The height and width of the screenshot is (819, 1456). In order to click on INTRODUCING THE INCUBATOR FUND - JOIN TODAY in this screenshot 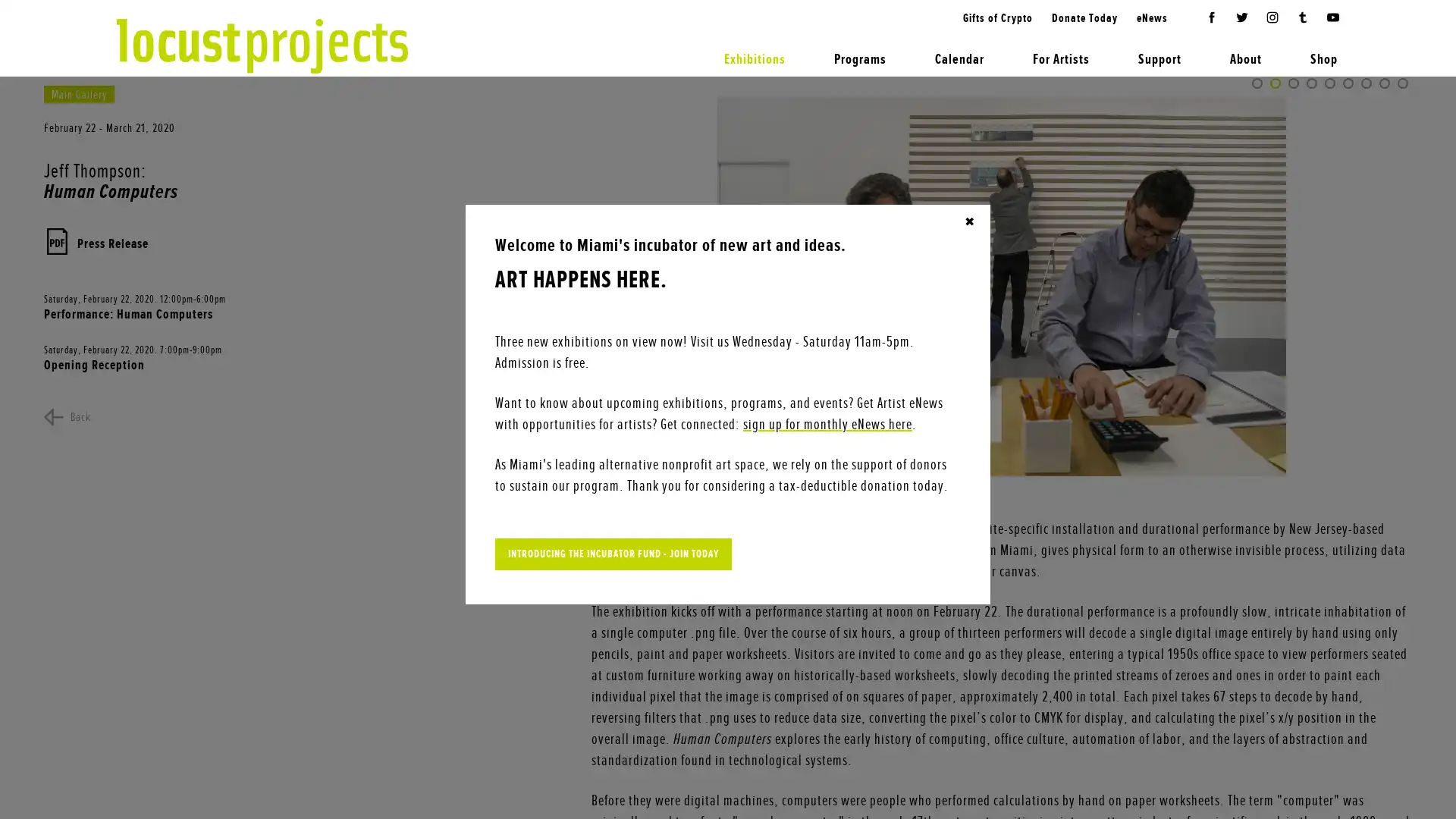, I will do `click(612, 554)`.